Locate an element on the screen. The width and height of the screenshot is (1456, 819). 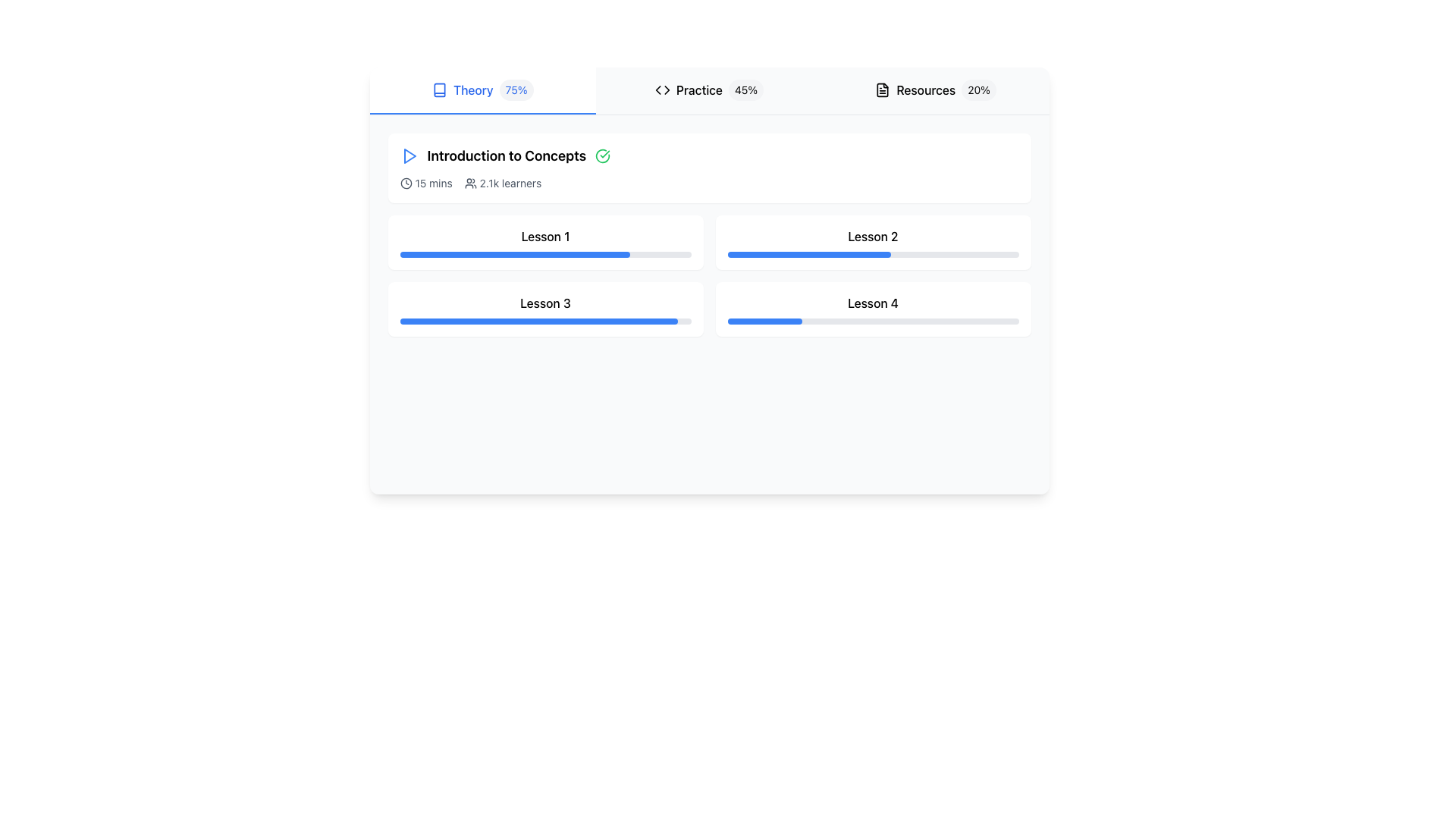
the 'Theory' tab button in the navigation bar, which is styled with a blue and white color scheme and has a progress badge reading '75%' is located at coordinates (482, 90).